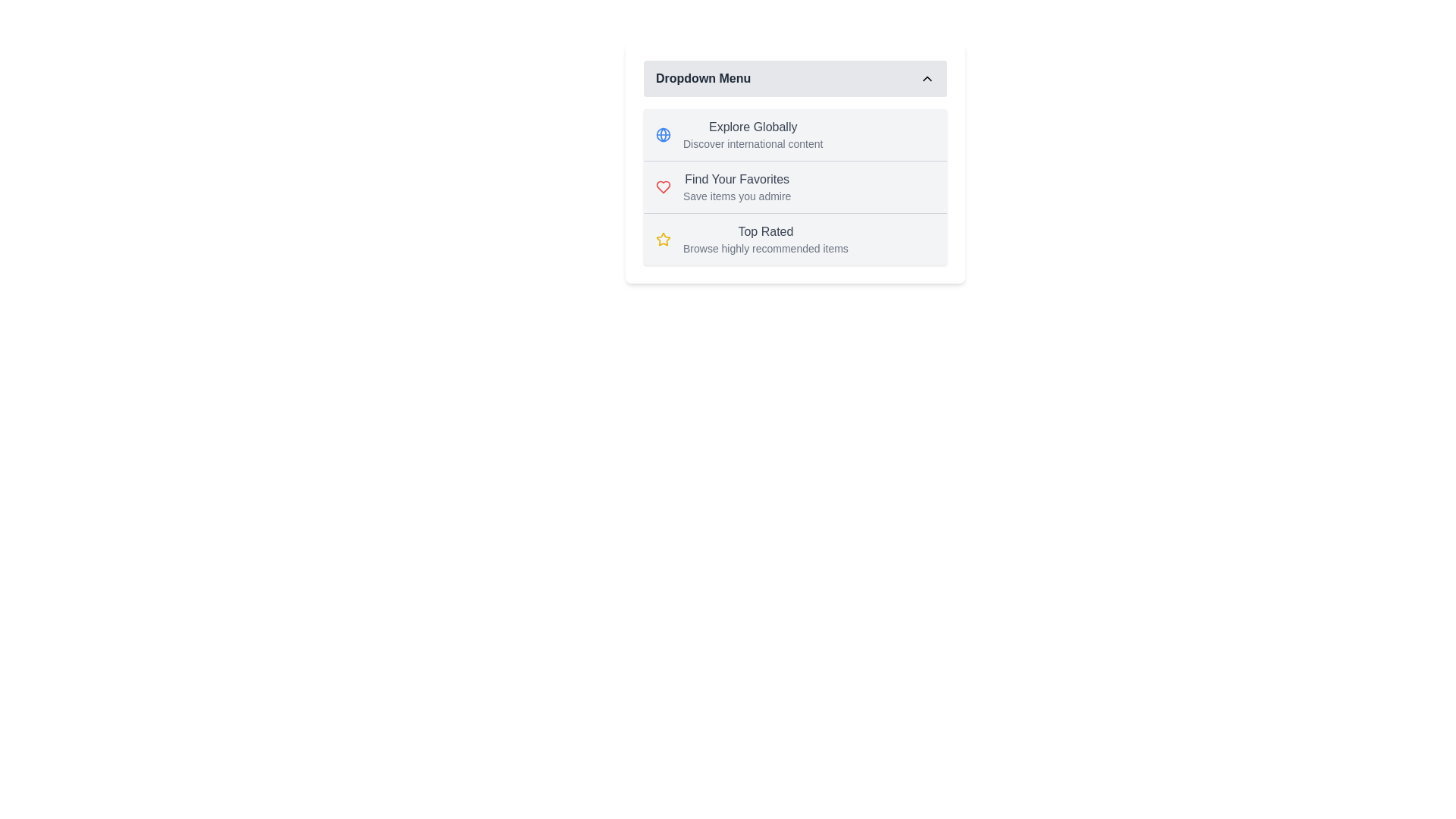 The height and width of the screenshot is (819, 1456). What do you see at coordinates (753, 133) in the screenshot?
I see `the 'Explore International Content' text label, which is the topmost entry in the dropdown menu directly beneath the title bar labeled 'Dropdown Menu'` at bounding box center [753, 133].